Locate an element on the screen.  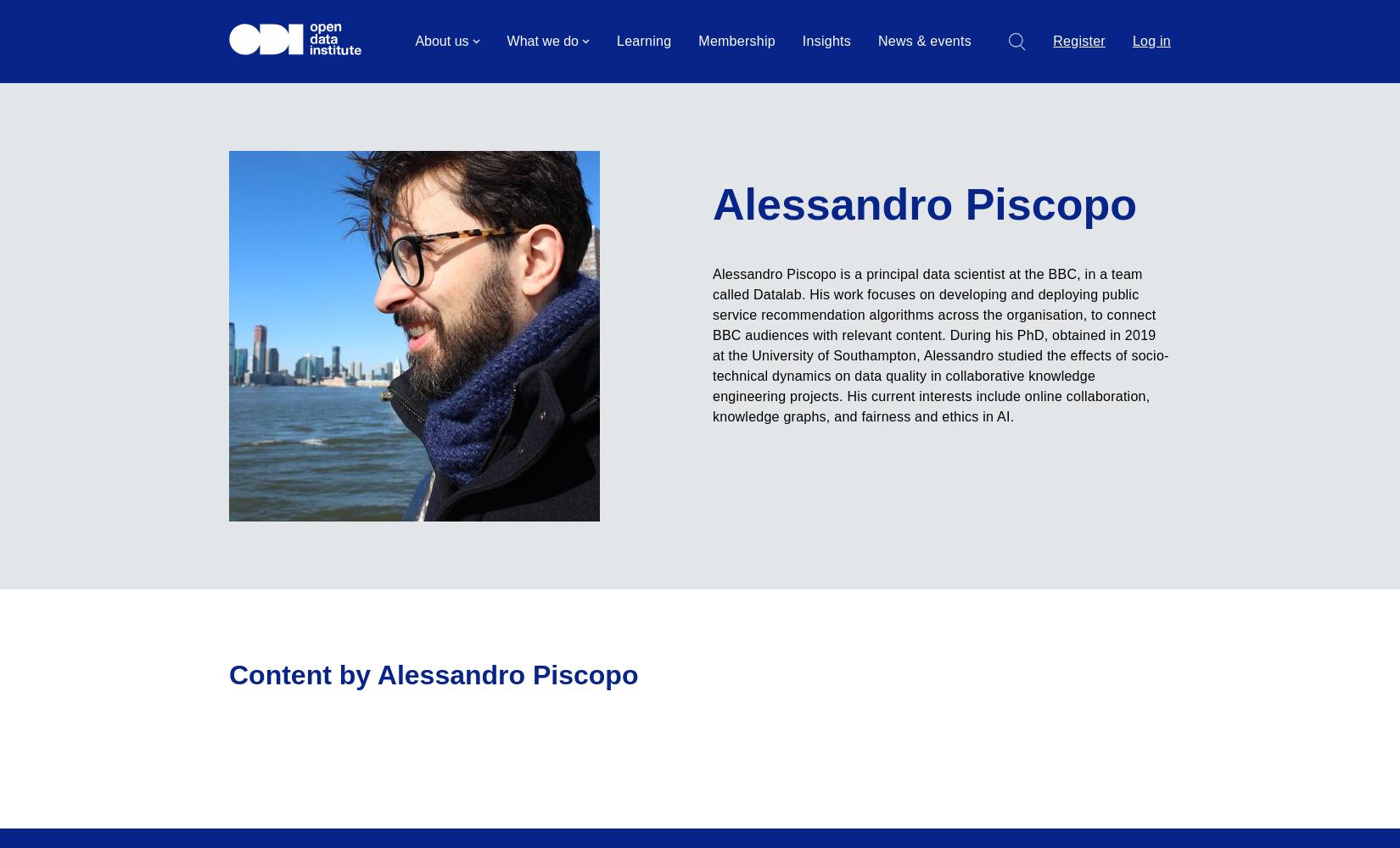
'Content by
Alessandro Piscopo' is located at coordinates (433, 675).